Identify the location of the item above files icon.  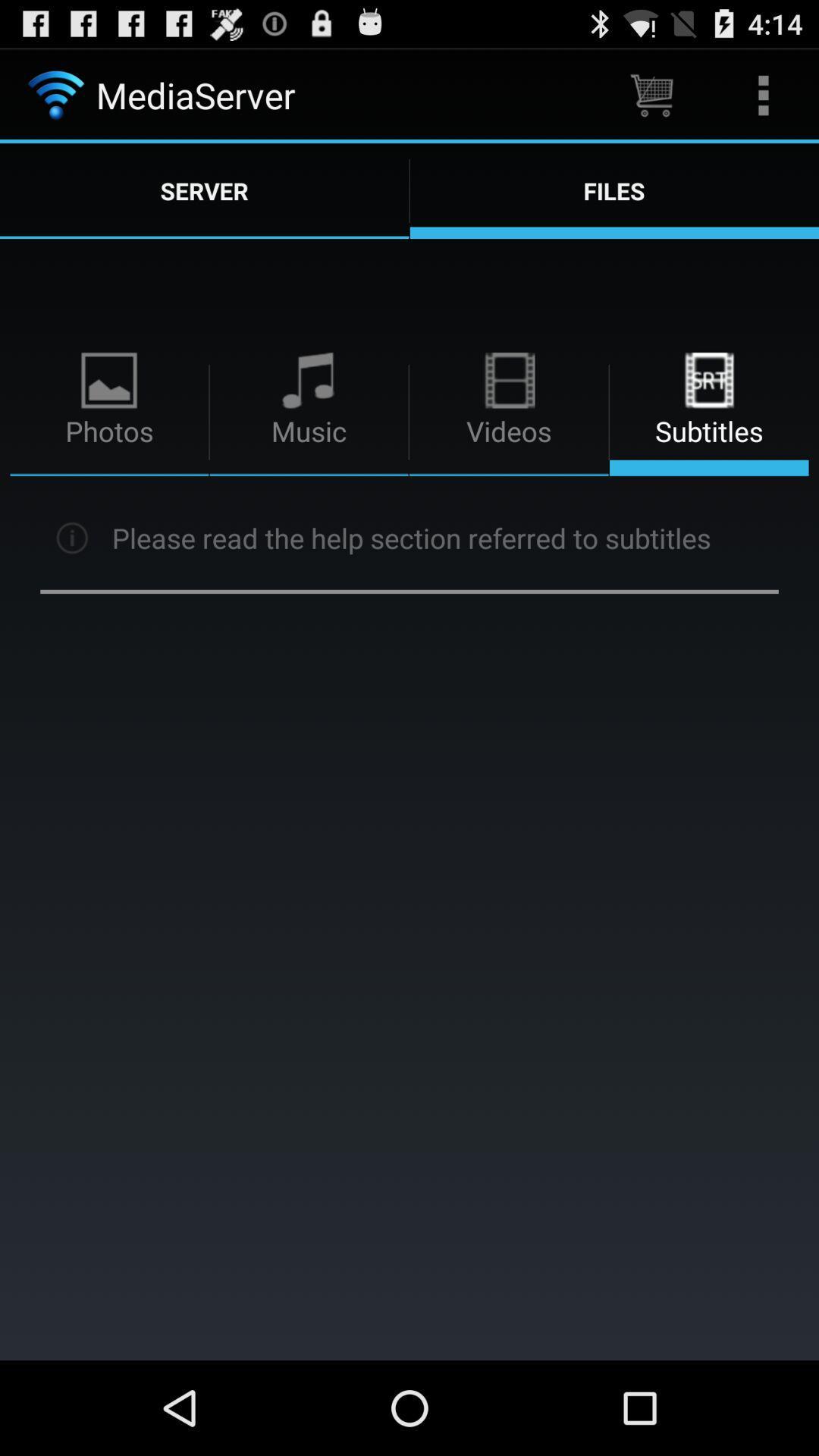
(651, 94).